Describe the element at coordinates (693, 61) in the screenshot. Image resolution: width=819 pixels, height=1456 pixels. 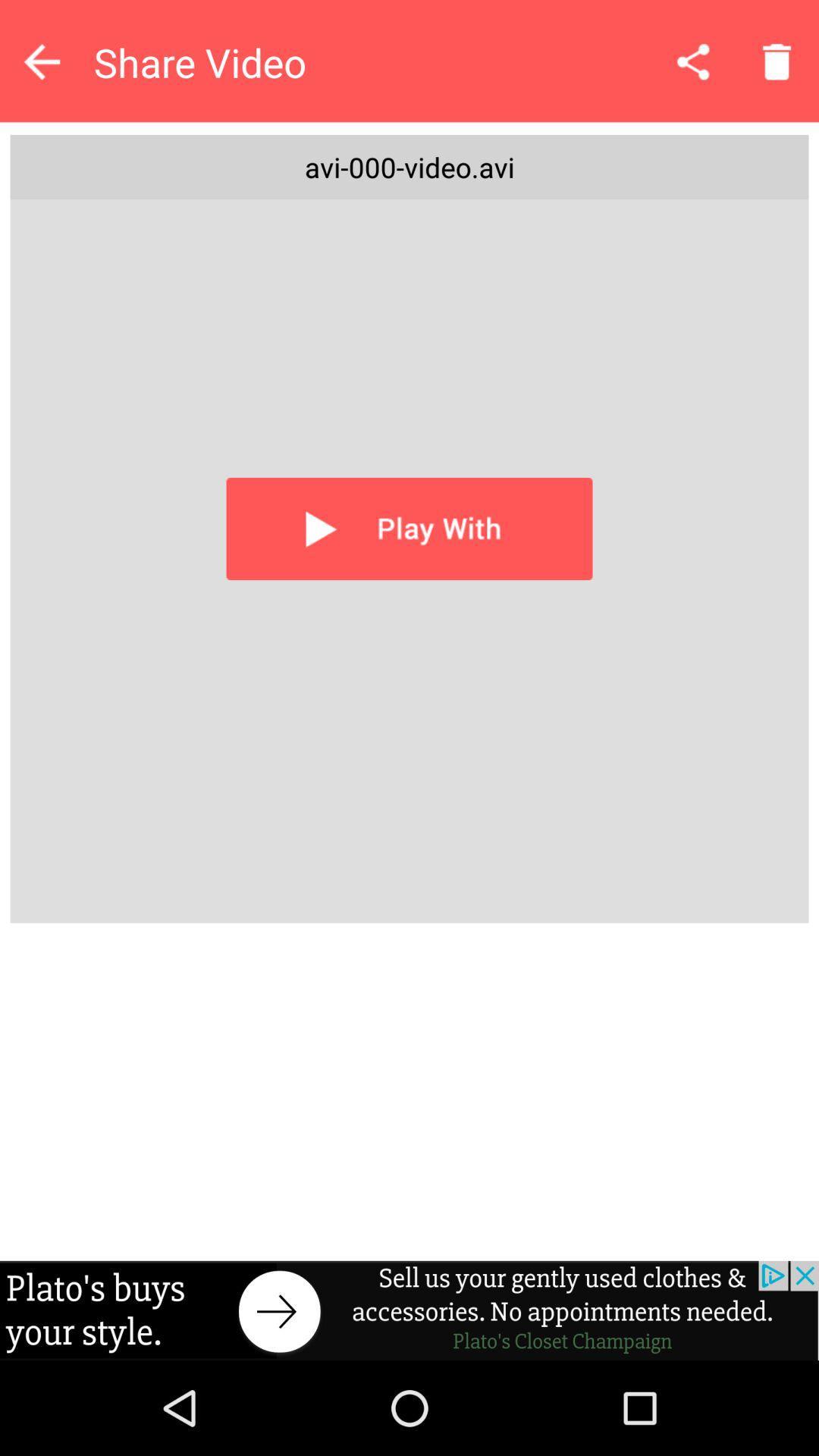
I see `share` at that location.